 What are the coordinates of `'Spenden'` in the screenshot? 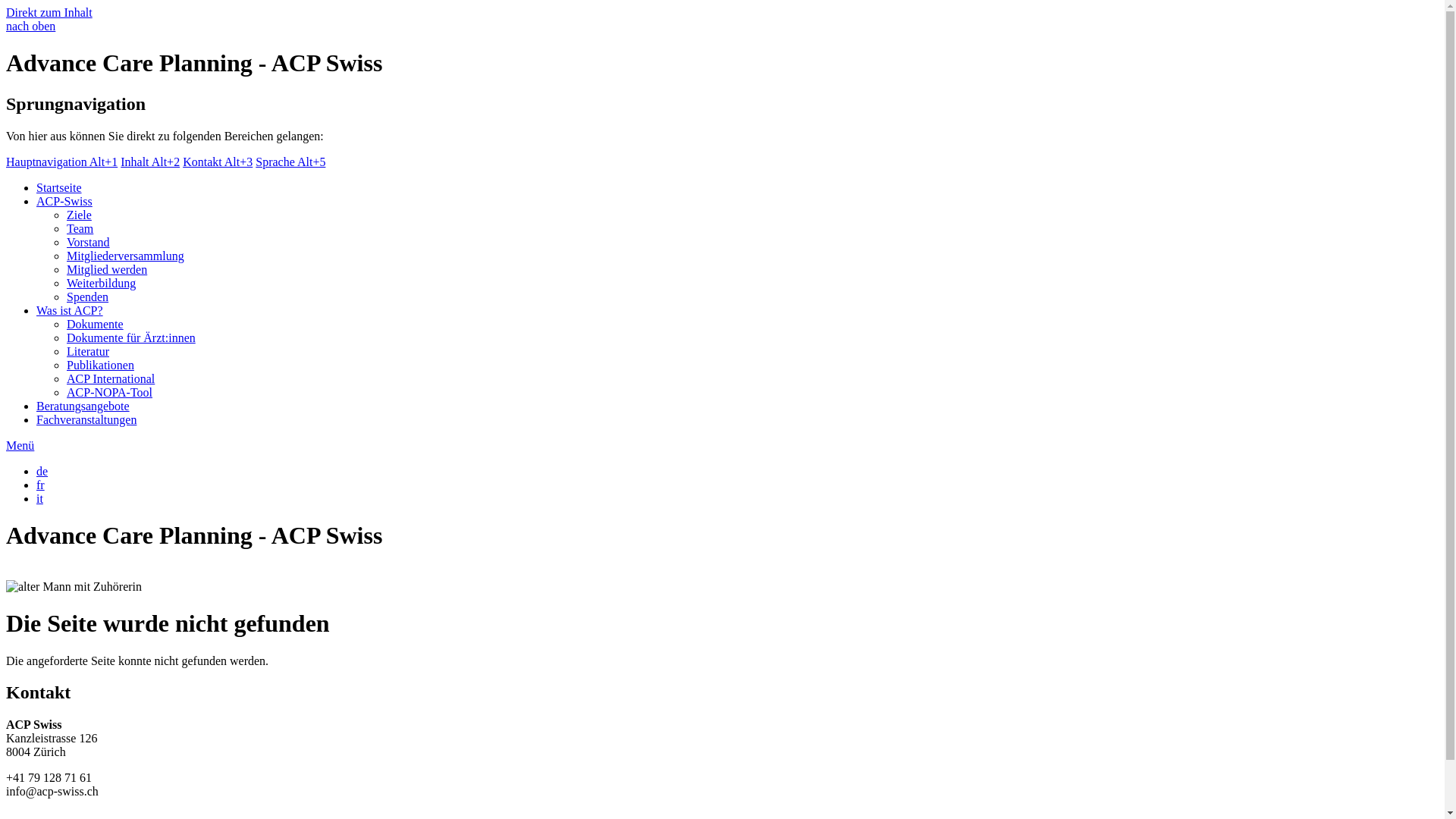 It's located at (65, 297).